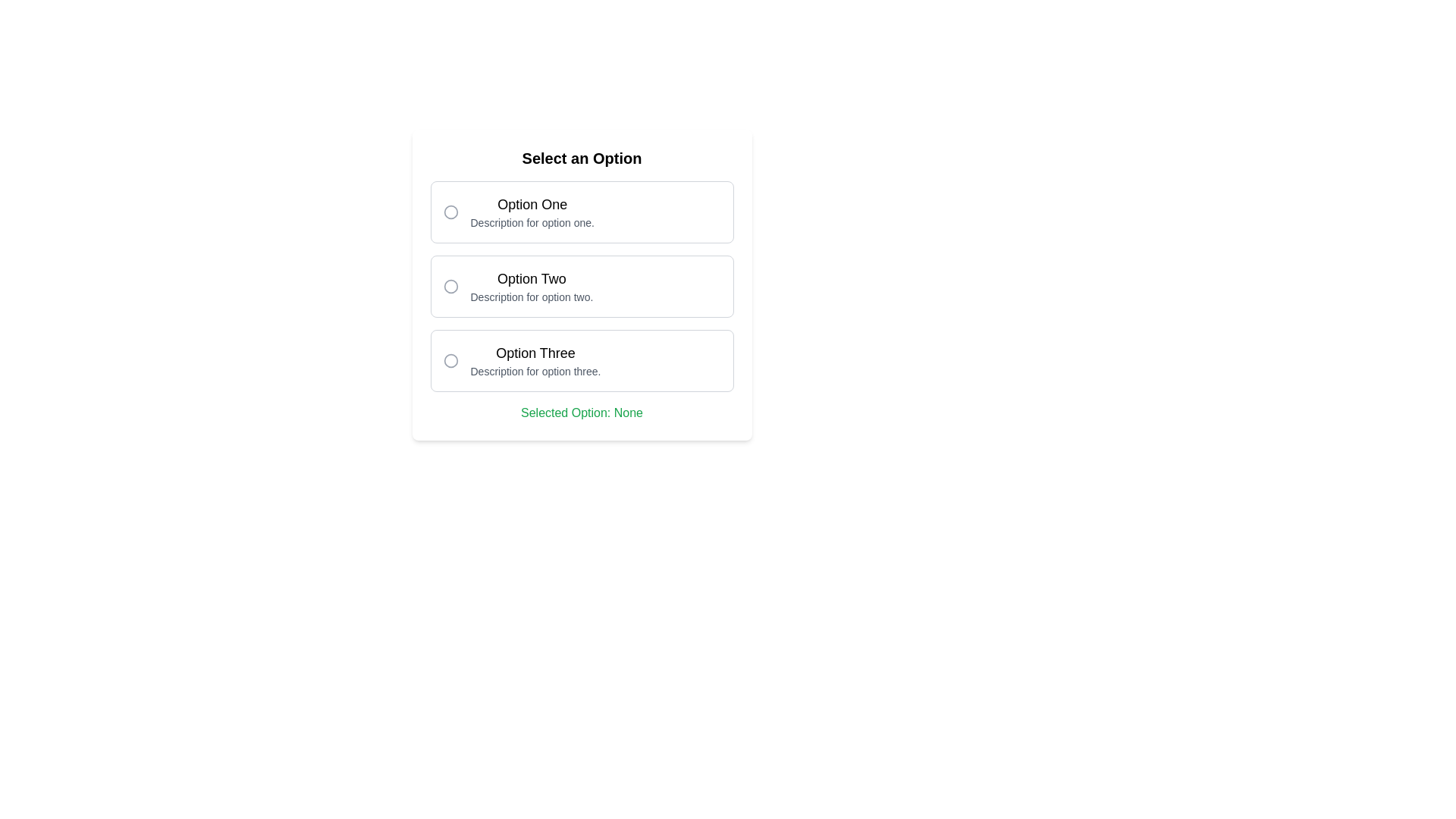 This screenshot has height=819, width=1456. What do you see at coordinates (450, 212) in the screenshot?
I see `the radio button representing 'Option One'` at bounding box center [450, 212].